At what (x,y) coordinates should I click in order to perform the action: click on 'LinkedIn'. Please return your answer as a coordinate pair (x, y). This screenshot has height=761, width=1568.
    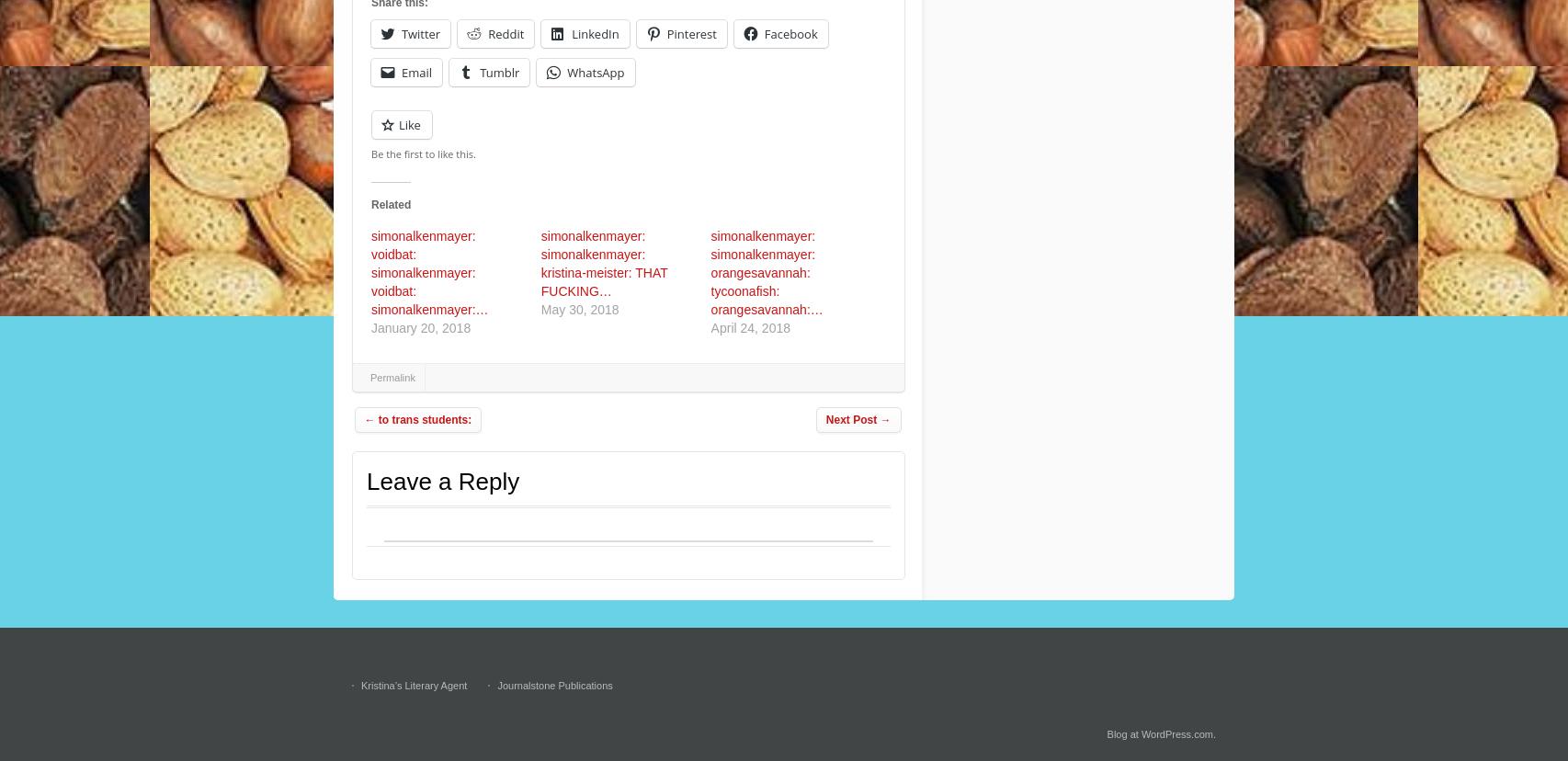
    Looking at the image, I should click on (594, 33).